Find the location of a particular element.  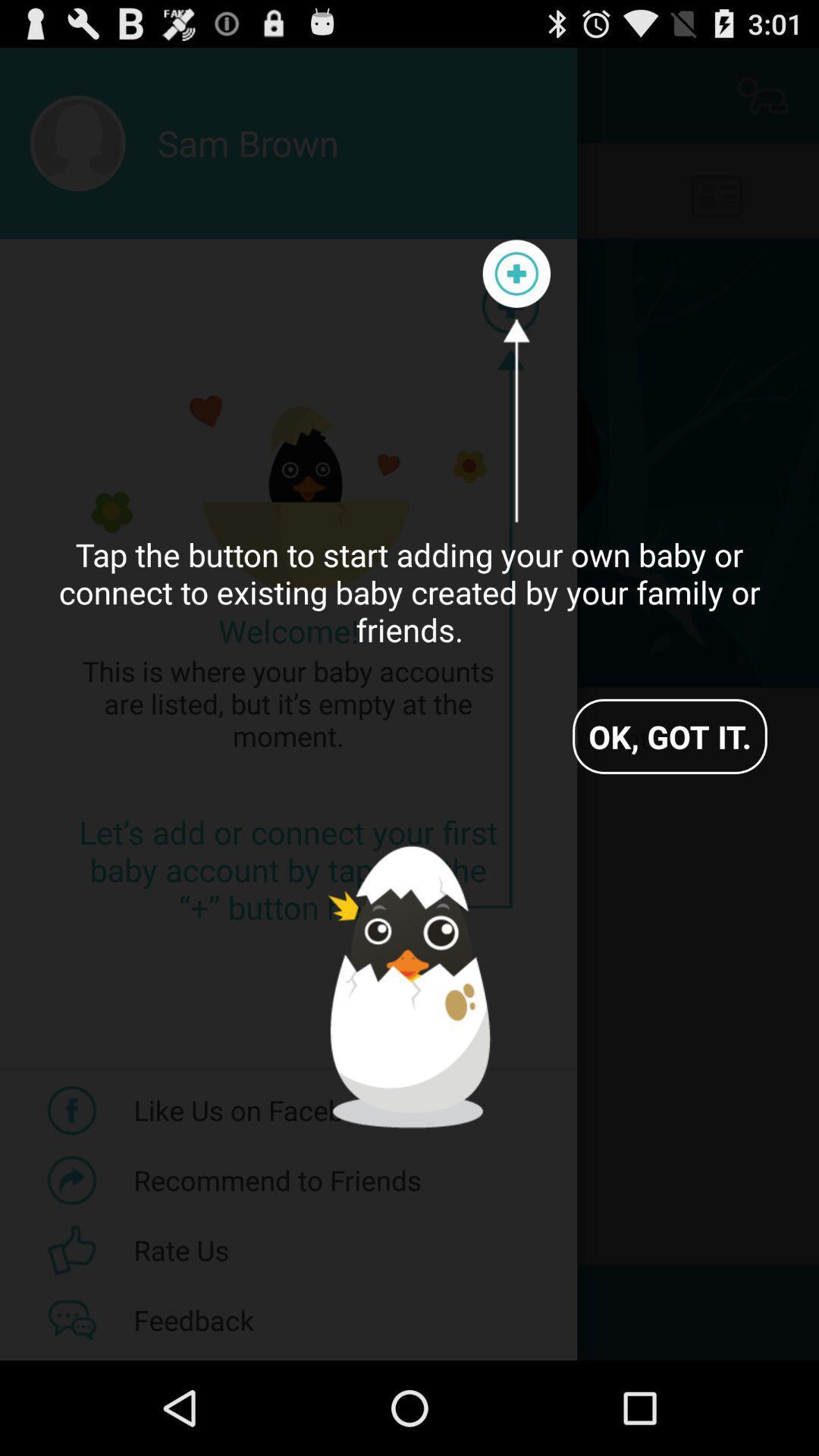

botton to start addining your own baby or connect to existen baby is located at coordinates (516, 274).